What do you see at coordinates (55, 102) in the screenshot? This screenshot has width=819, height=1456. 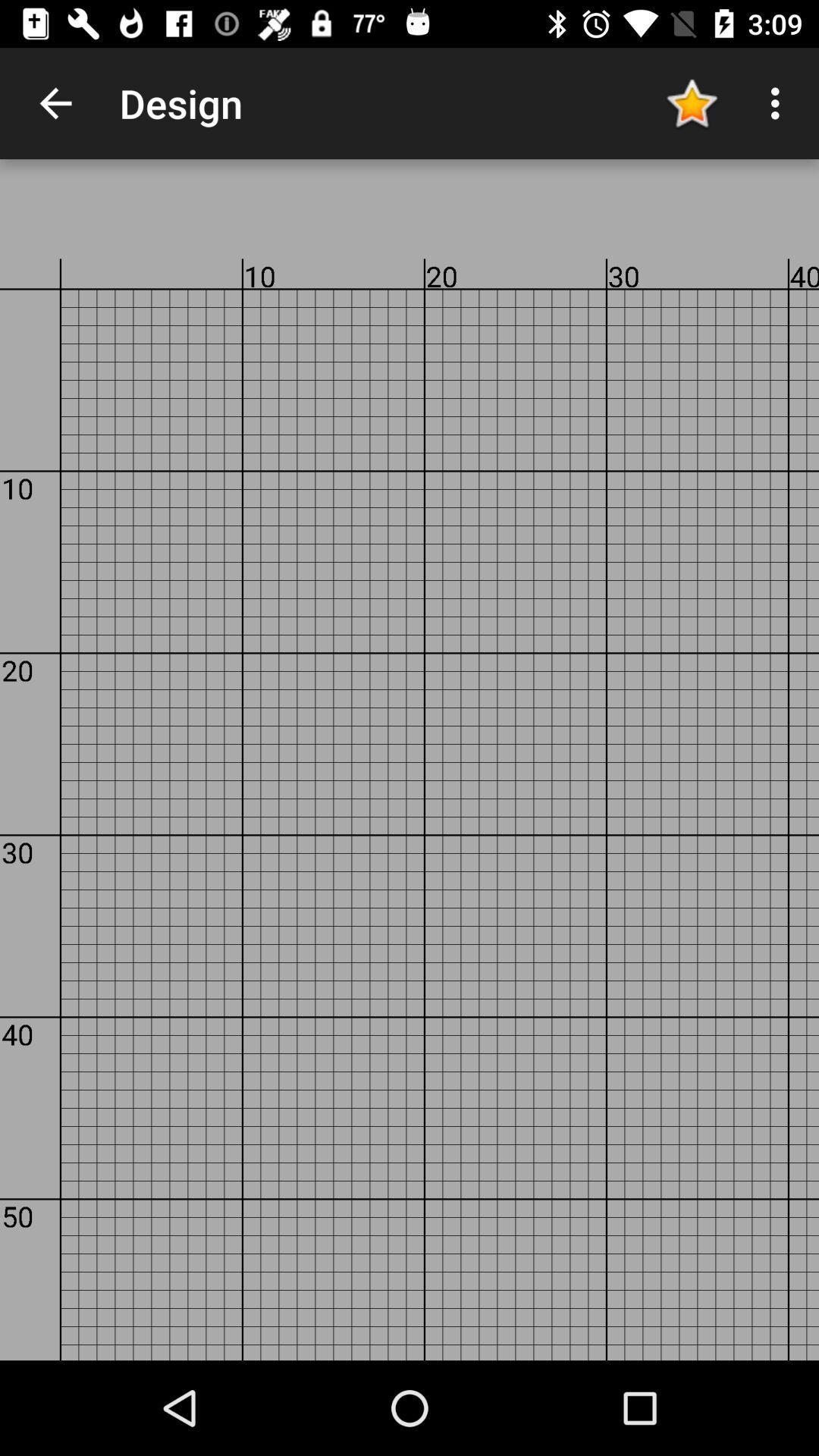 I see `icon next to the design icon` at bounding box center [55, 102].